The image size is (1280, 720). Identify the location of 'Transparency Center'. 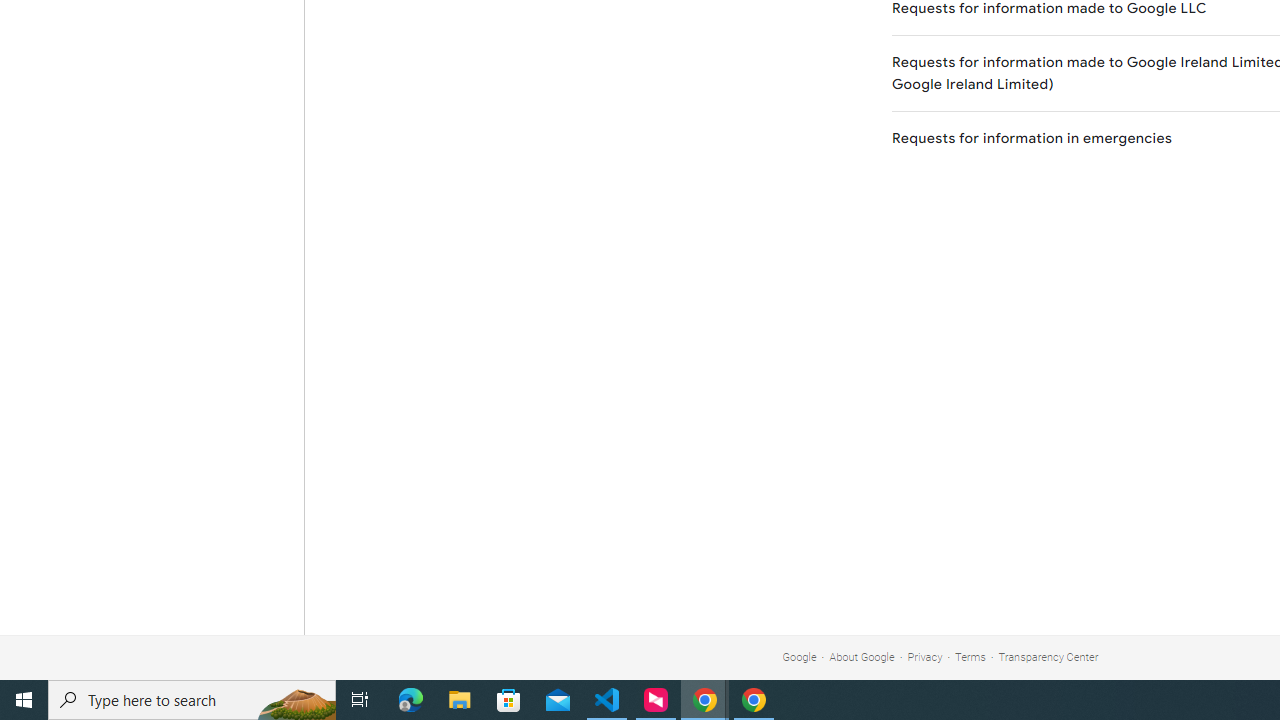
(1047, 657).